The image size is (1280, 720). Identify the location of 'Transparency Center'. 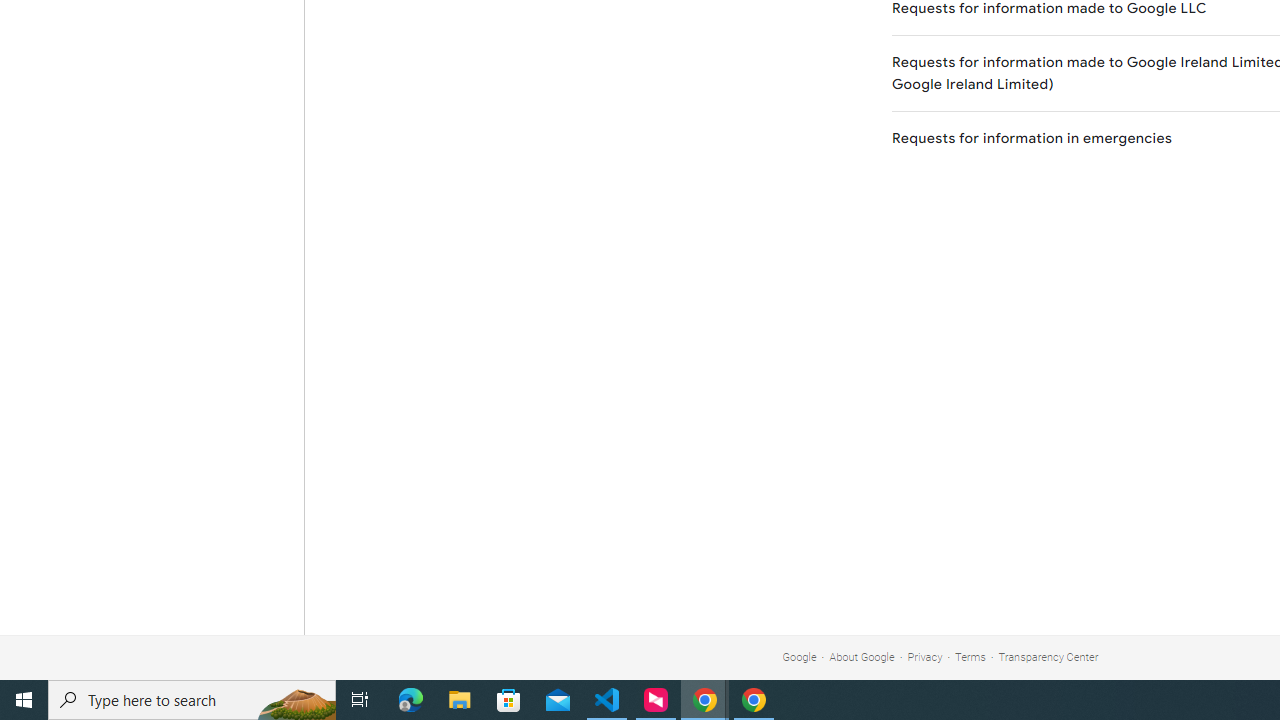
(1047, 657).